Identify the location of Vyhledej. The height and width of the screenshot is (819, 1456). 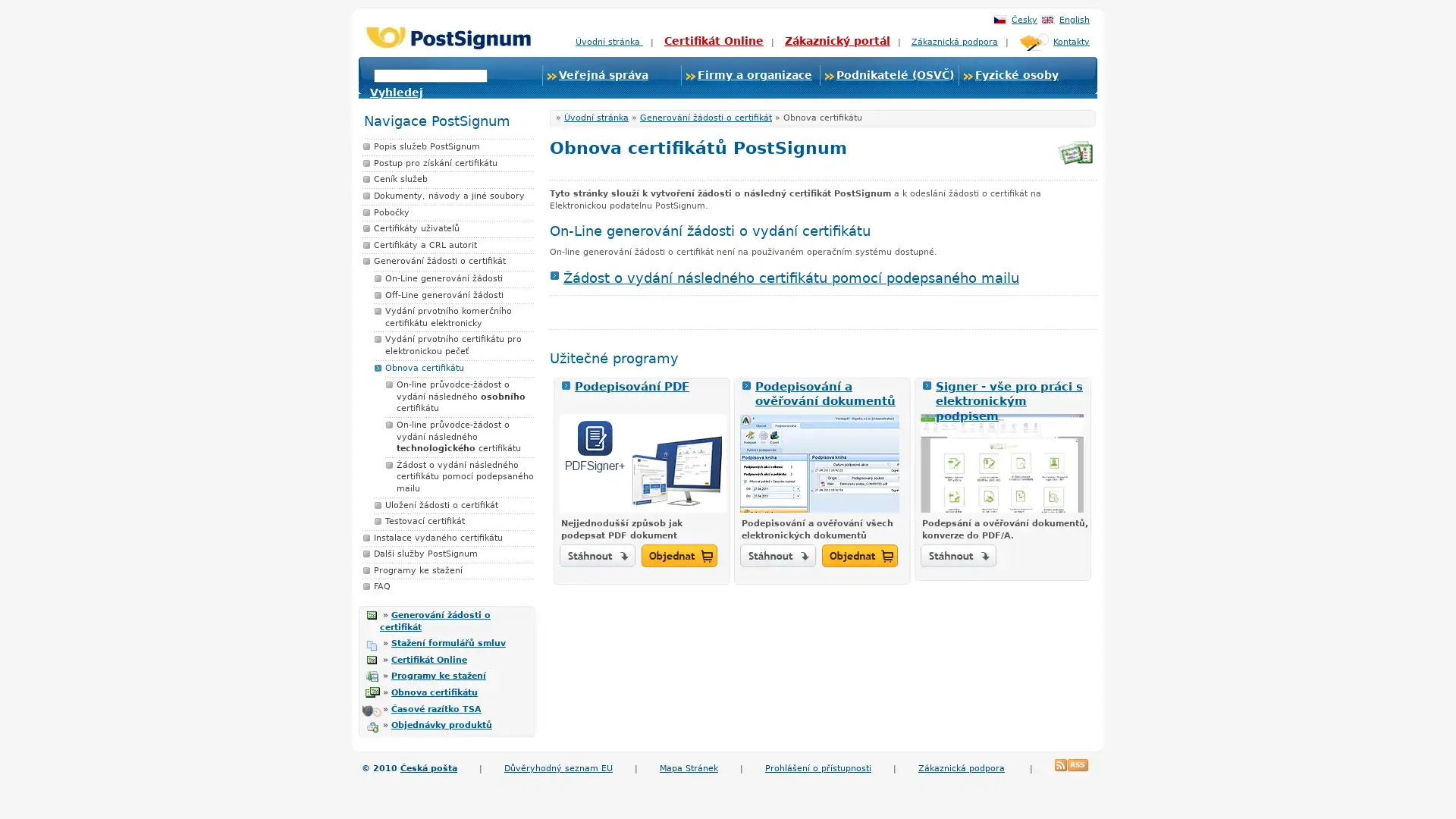
(397, 93).